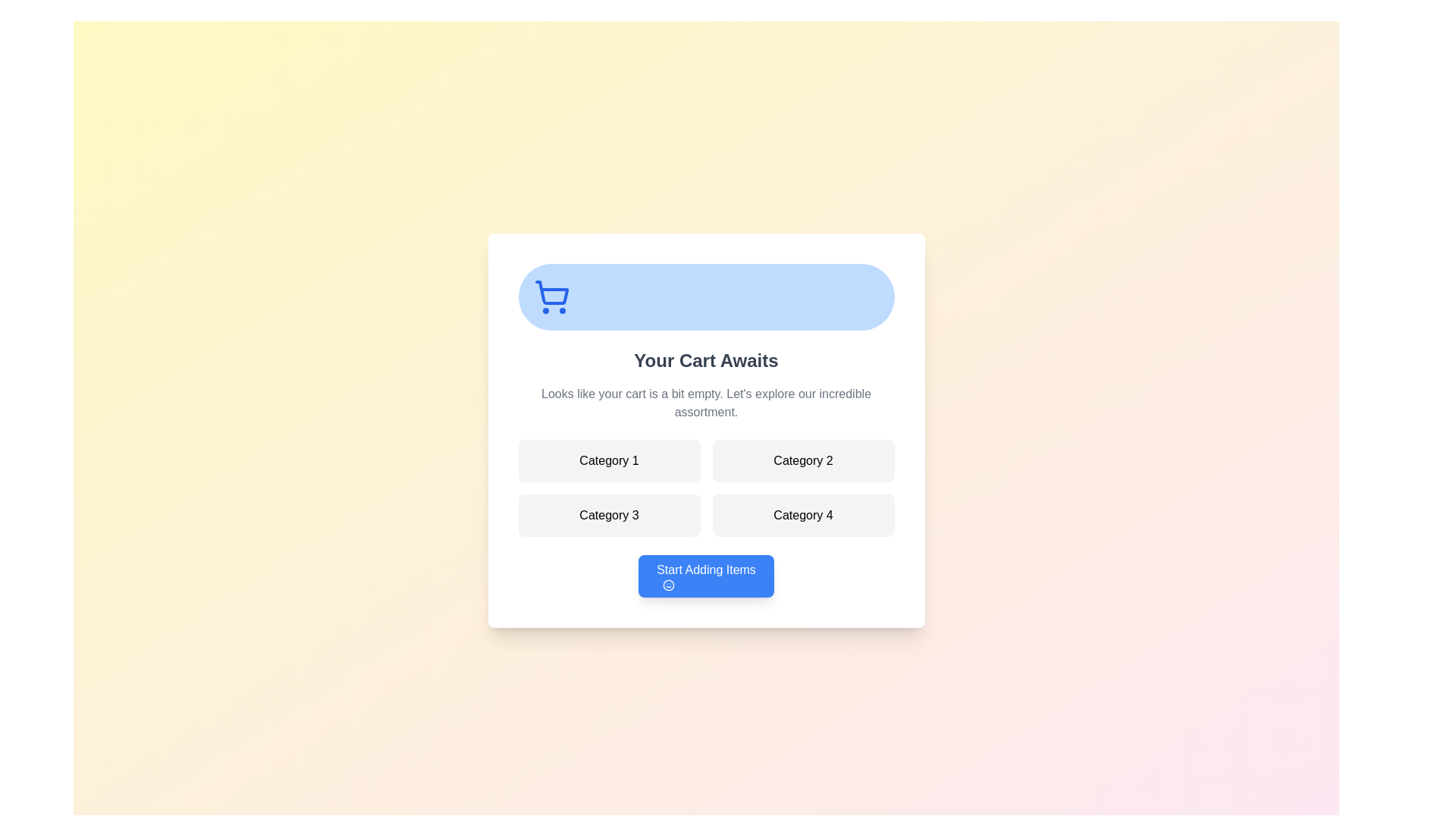  What do you see at coordinates (668, 584) in the screenshot?
I see `the 'Start Adding Items' button which contains the smiley face icon located at the center bottom of the card interface` at bounding box center [668, 584].